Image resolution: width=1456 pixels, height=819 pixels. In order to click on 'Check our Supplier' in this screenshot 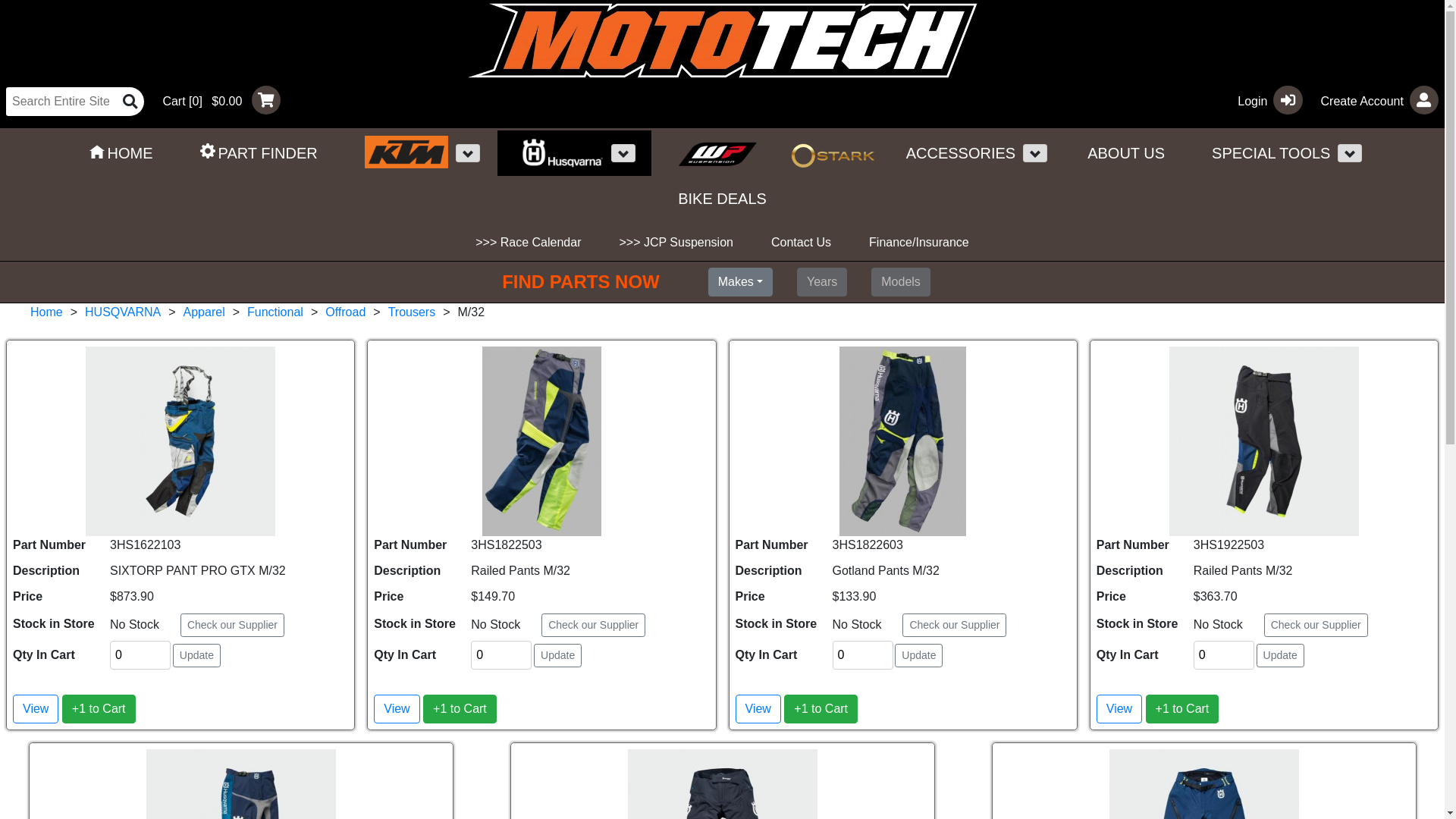, I will do `click(231, 625)`.